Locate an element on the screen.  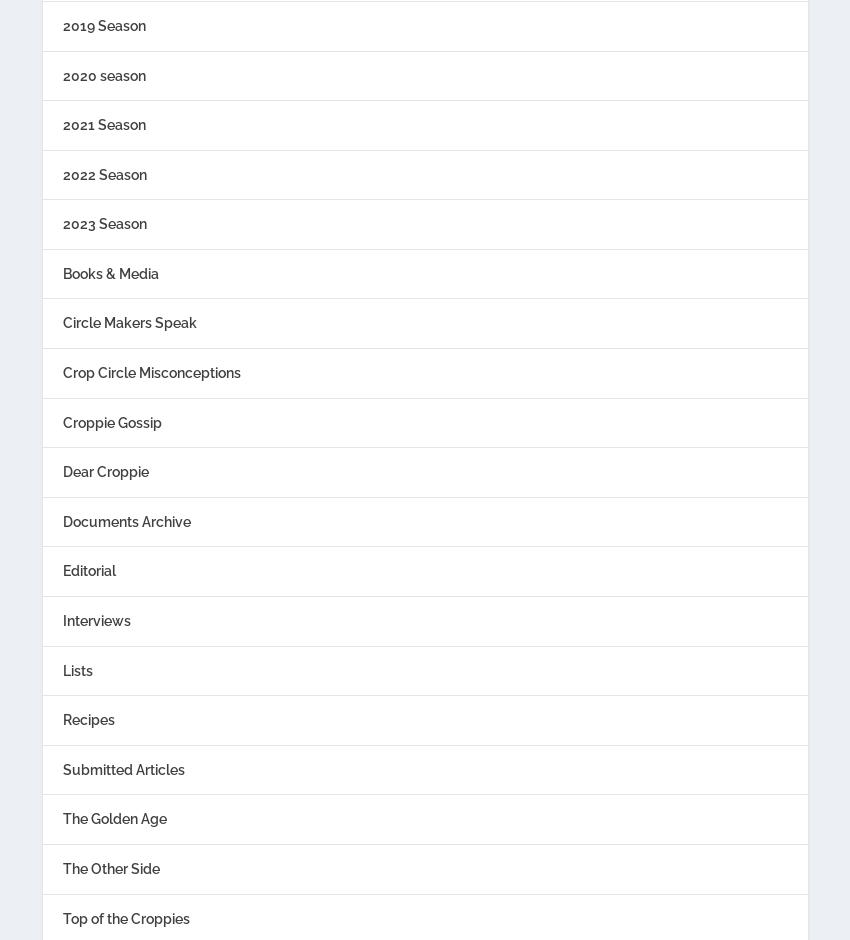
'Circle Makers Speak' is located at coordinates (129, 322).